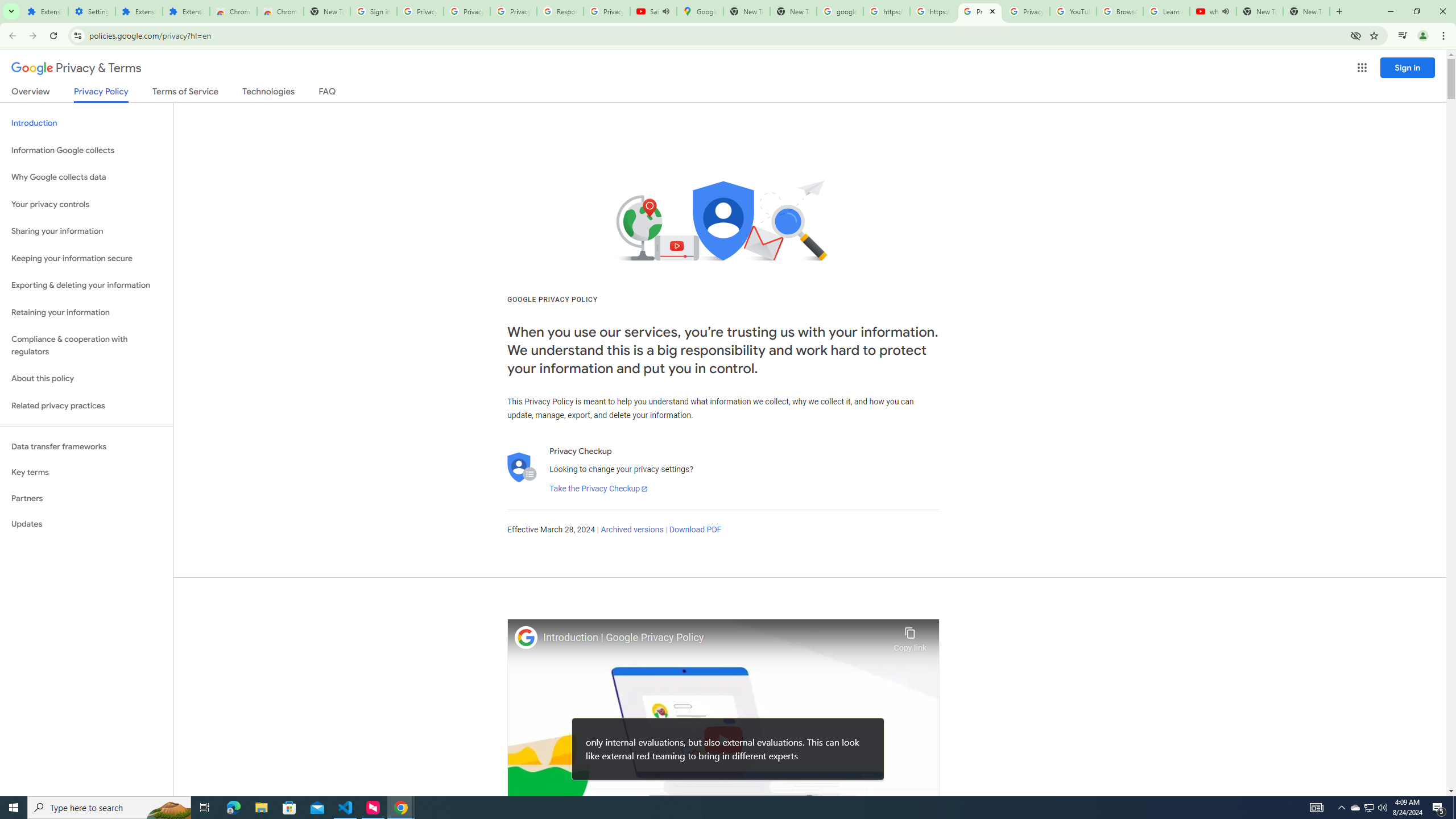  Describe the element at coordinates (86, 346) in the screenshot. I see `'Compliance & cooperation with regulators'` at that location.